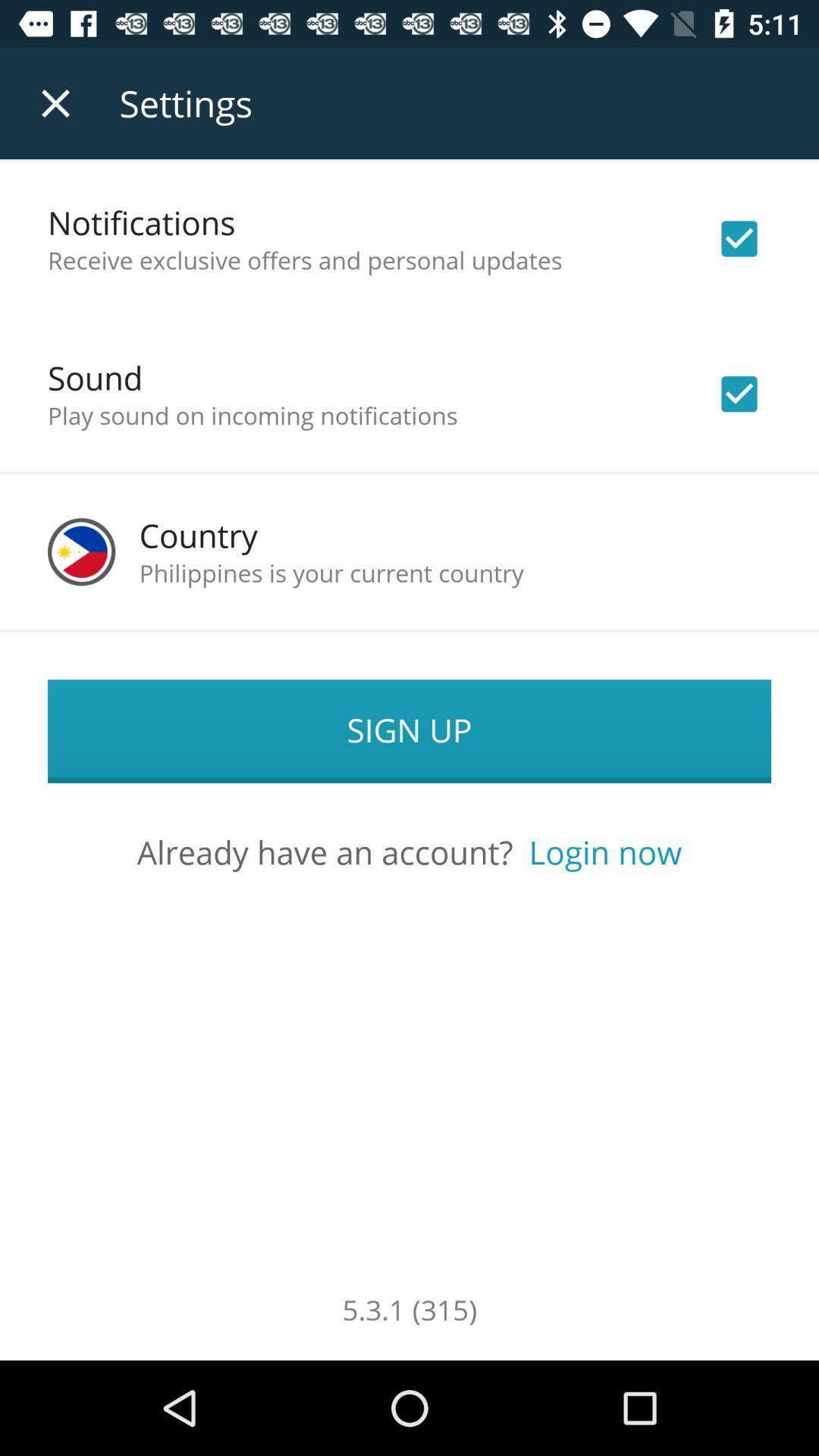 This screenshot has width=819, height=1456. I want to click on item below the sign up, so click(604, 852).